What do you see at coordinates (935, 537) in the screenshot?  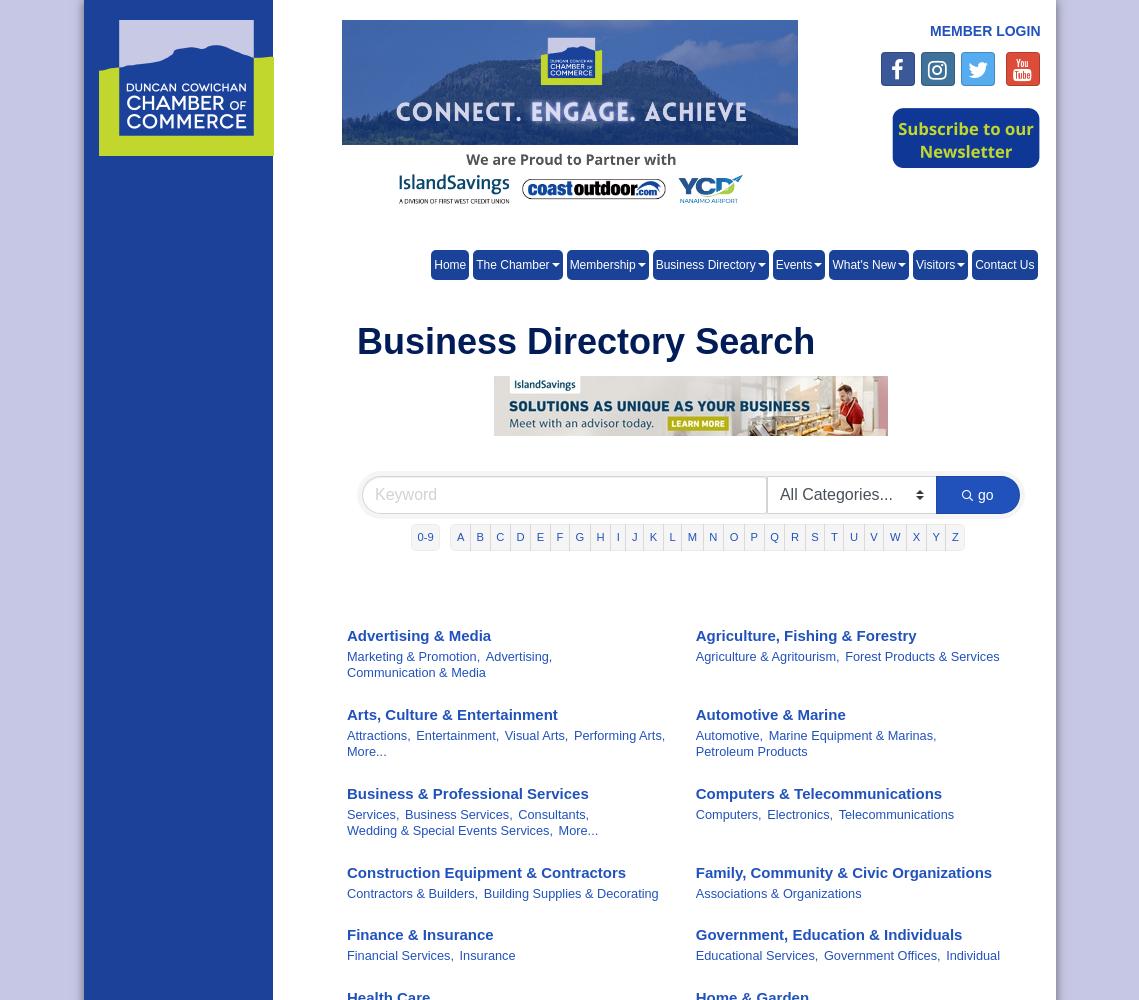 I see `'Y'` at bounding box center [935, 537].